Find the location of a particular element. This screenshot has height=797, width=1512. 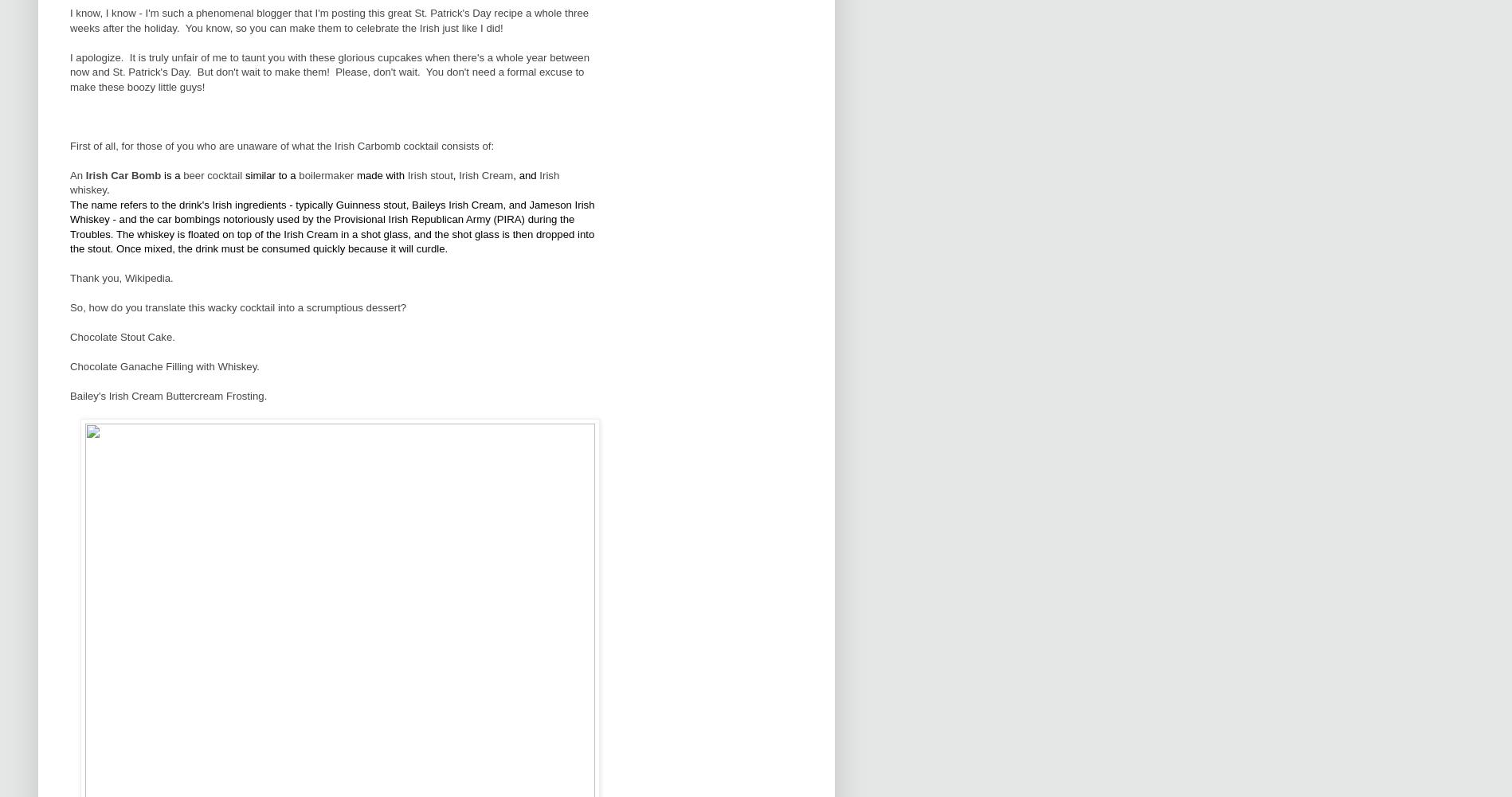

'is a' is located at coordinates (173, 174).